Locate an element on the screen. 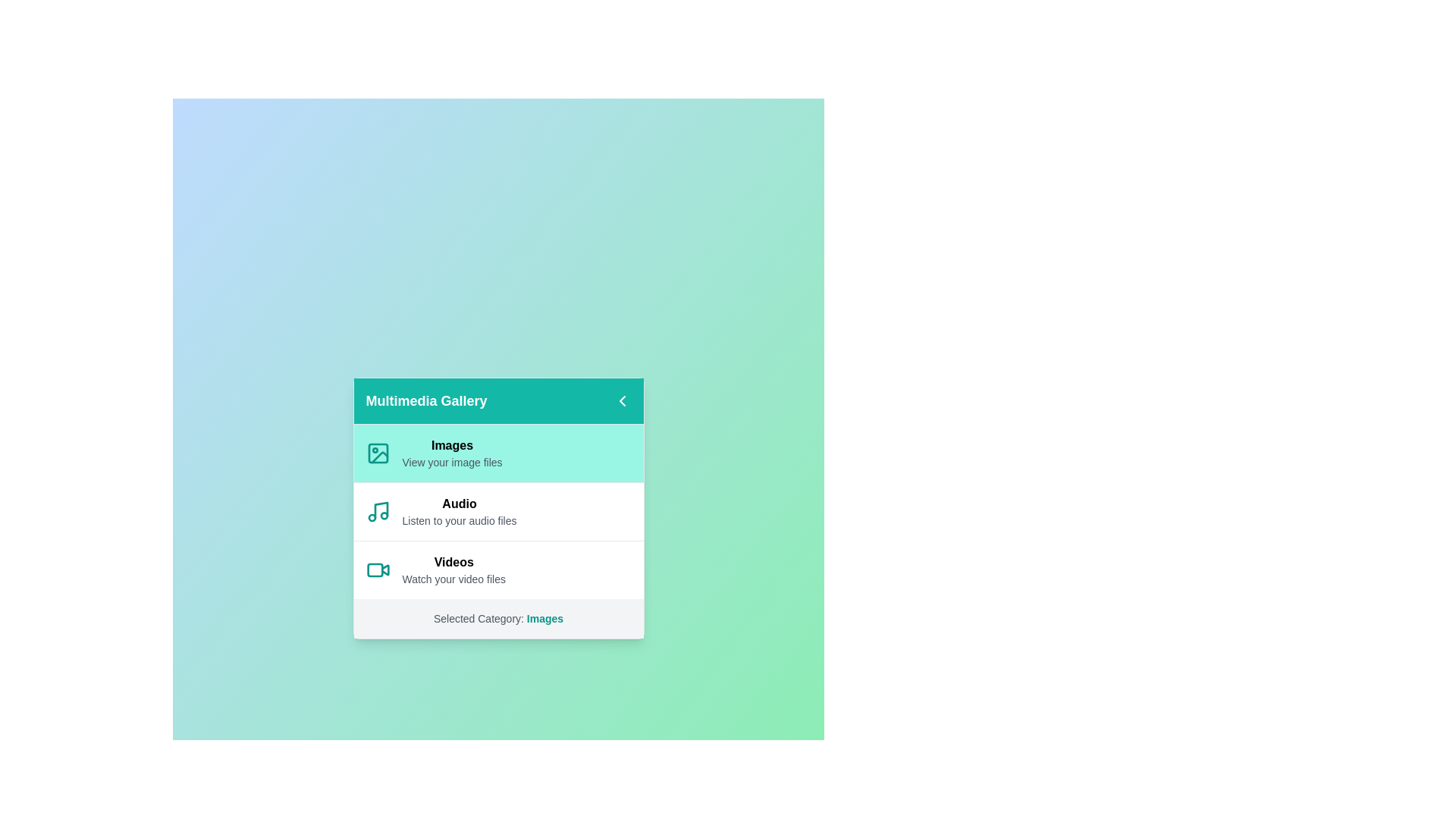 The width and height of the screenshot is (1456, 819). the category Images to select it is located at coordinates (498, 452).